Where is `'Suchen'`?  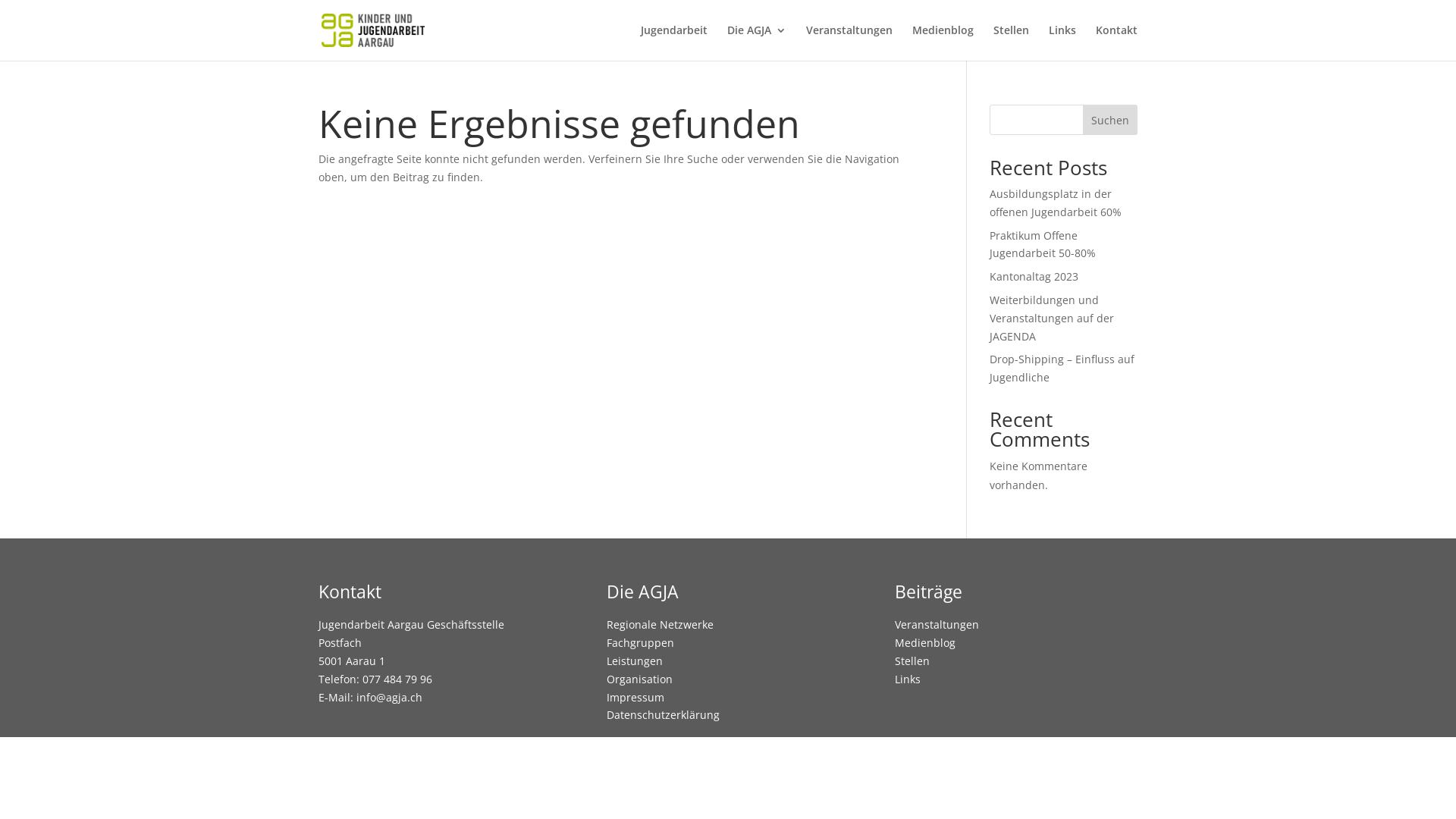 'Suchen' is located at coordinates (1110, 119).